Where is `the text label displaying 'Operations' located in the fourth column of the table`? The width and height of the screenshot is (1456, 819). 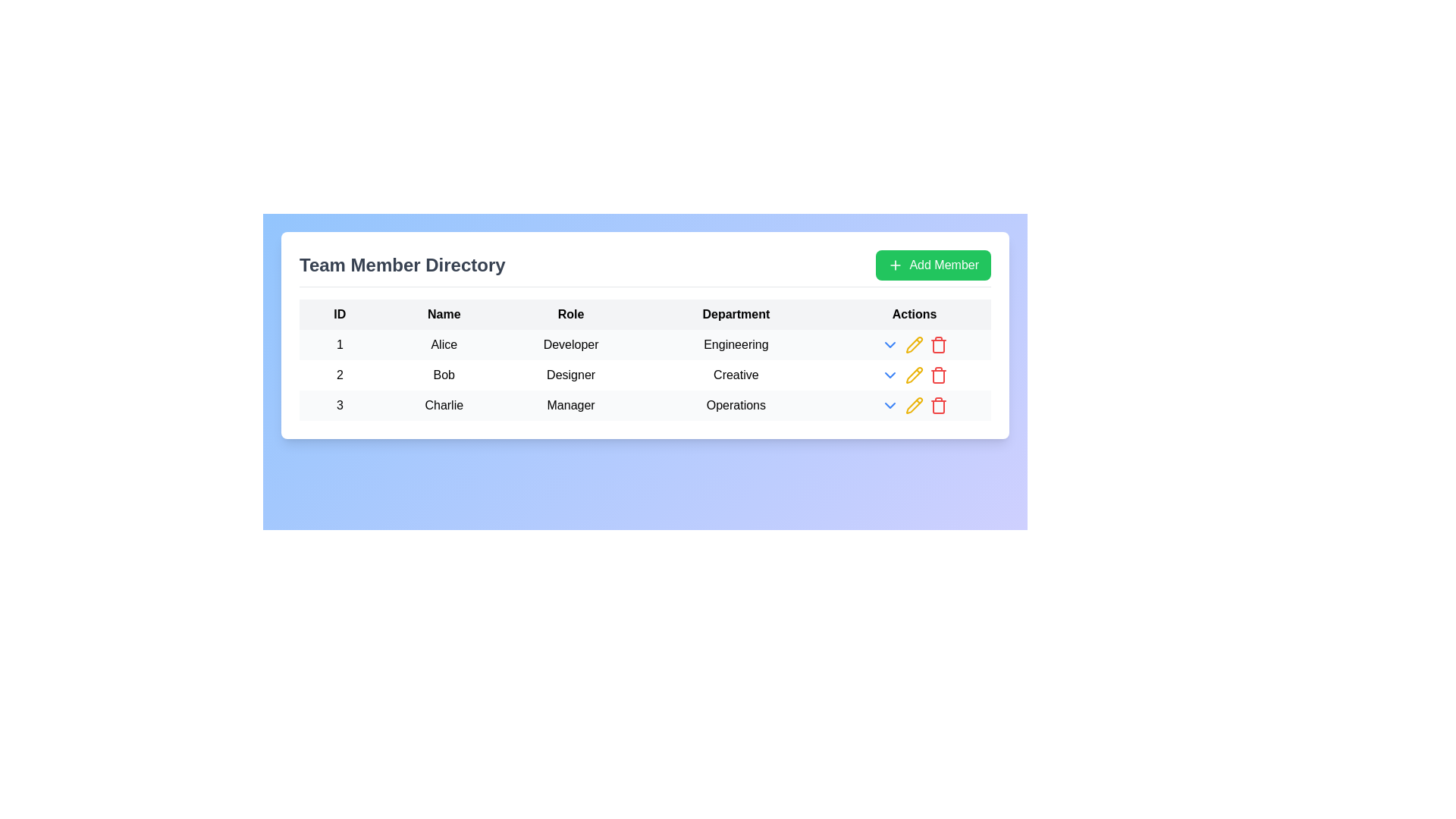
the text label displaying 'Operations' located in the fourth column of the table is located at coordinates (736, 405).